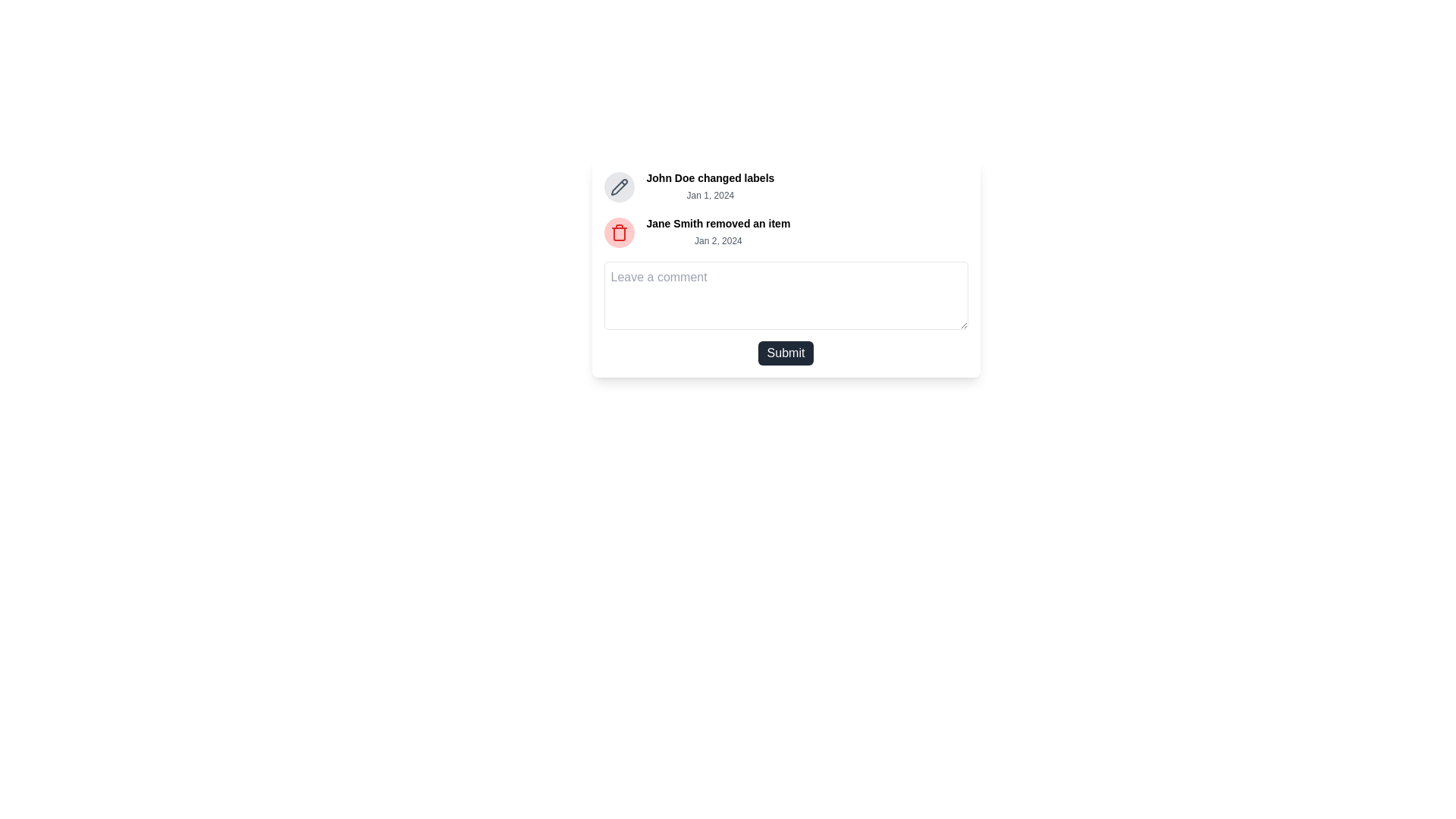 The image size is (1456, 819). I want to click on the submission button located at the bottom-right area of the form, directly below the 'Leave a comment' text input area, so click(786, 353).